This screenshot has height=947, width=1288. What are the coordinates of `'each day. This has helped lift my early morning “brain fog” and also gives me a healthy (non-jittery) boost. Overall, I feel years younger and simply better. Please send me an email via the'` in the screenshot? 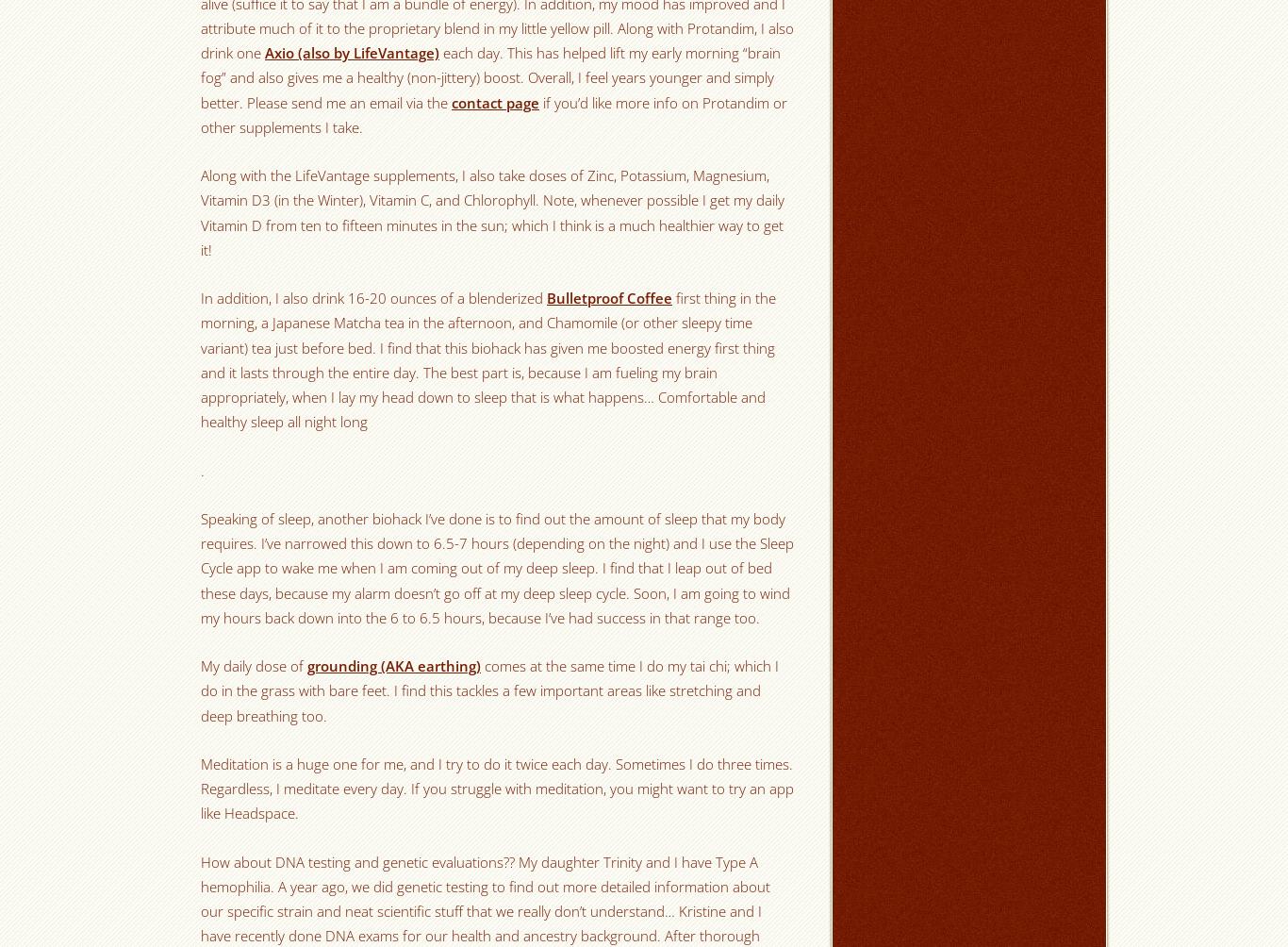 It's located at (490, 77).